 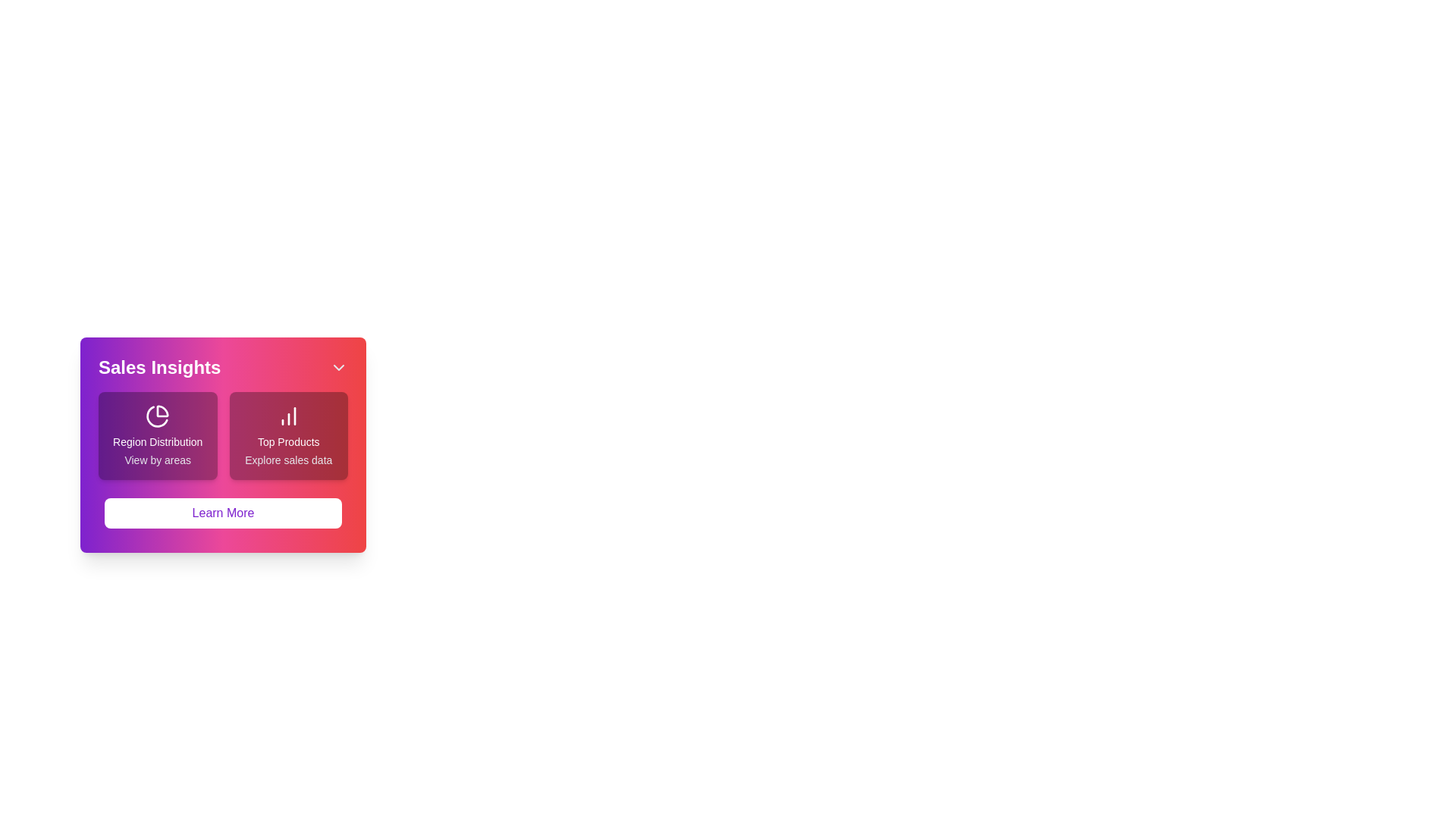 I want to click on the 'Learn More' button, which is a rectangular button with rounded corners, featuring a white background and purple text, located at the bottom center of a card-like component, so click(x=222, y=513).